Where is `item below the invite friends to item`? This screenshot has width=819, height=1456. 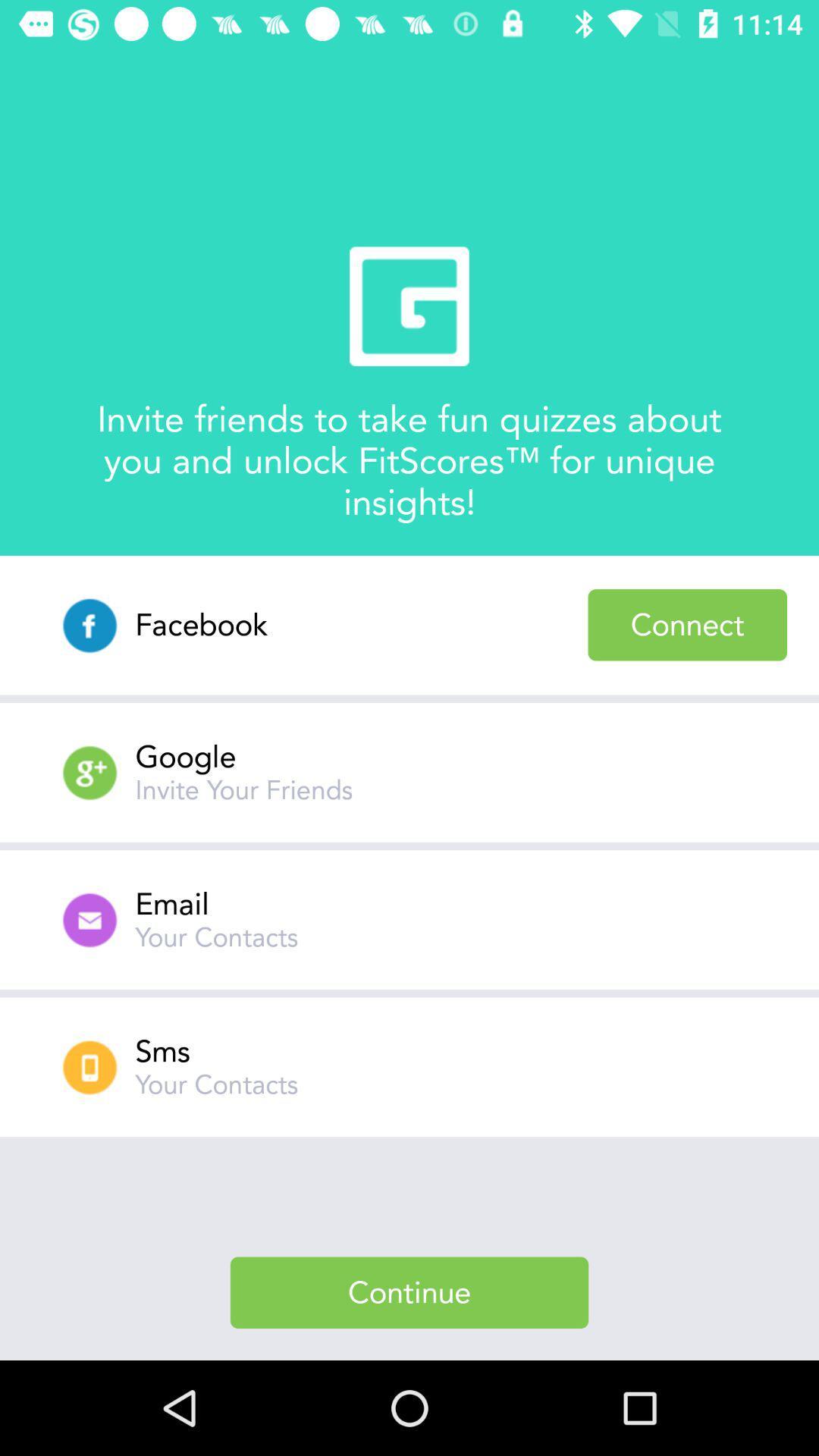
item below the invite friends to item is located at coordinates (687, 625).